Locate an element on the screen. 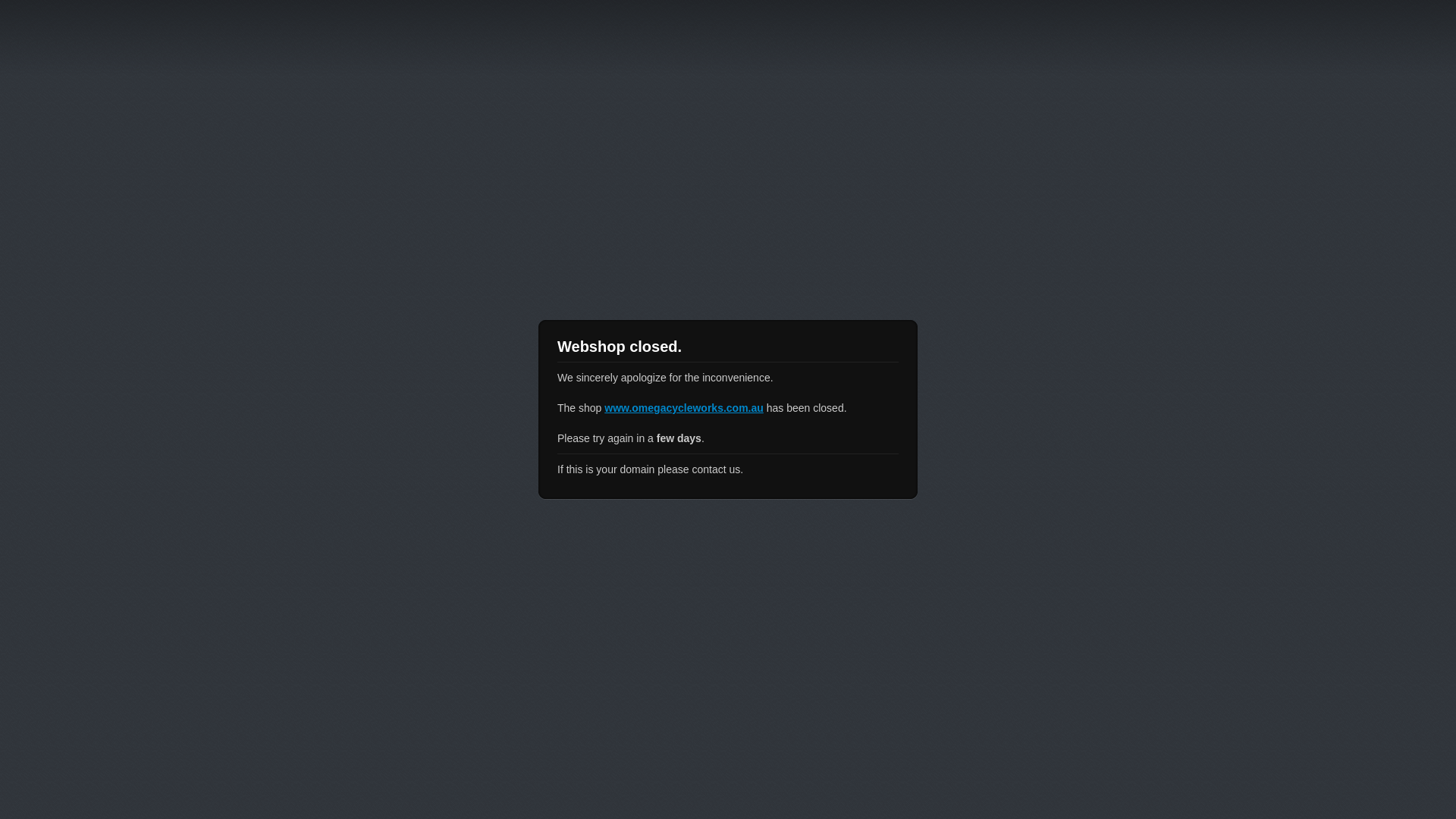 This screenshot has width=1456, height=819. 'www.omegacycleworks.com.au' is located at coordinates (683, 406).